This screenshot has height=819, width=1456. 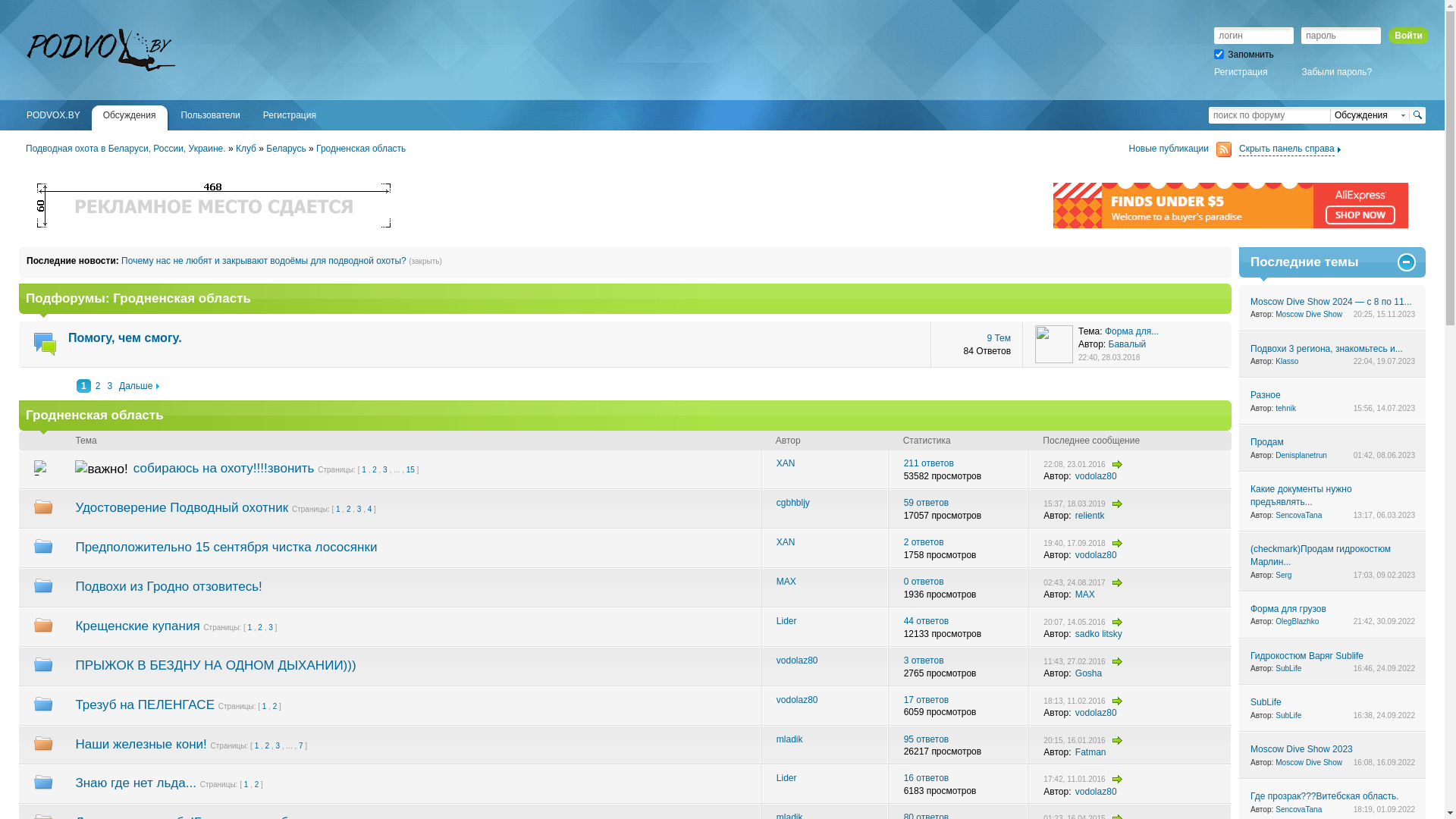 I want to click on '2', so click(x=268, y=745).